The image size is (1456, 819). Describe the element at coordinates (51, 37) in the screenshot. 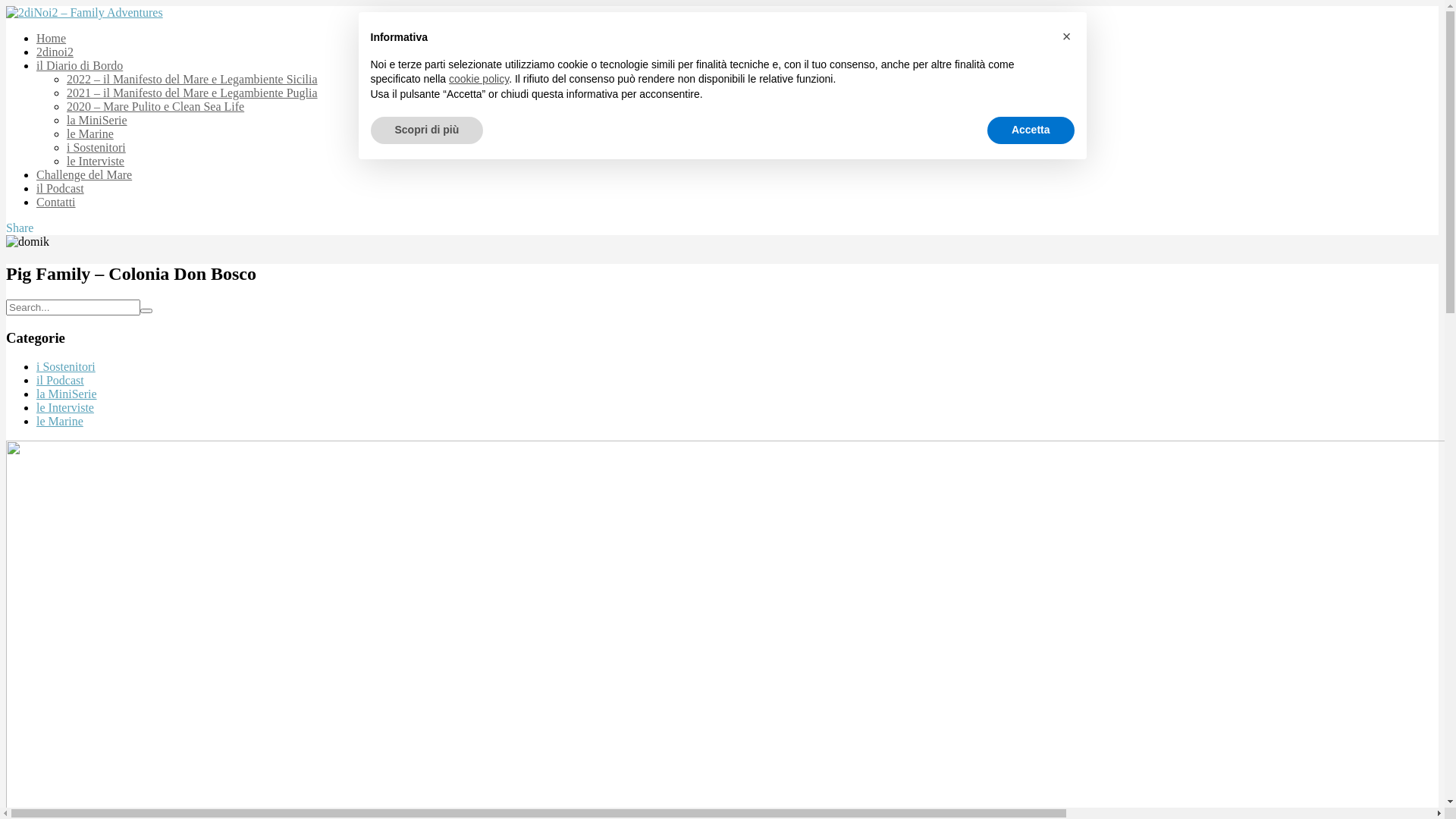

I see `'Home'` at that location.